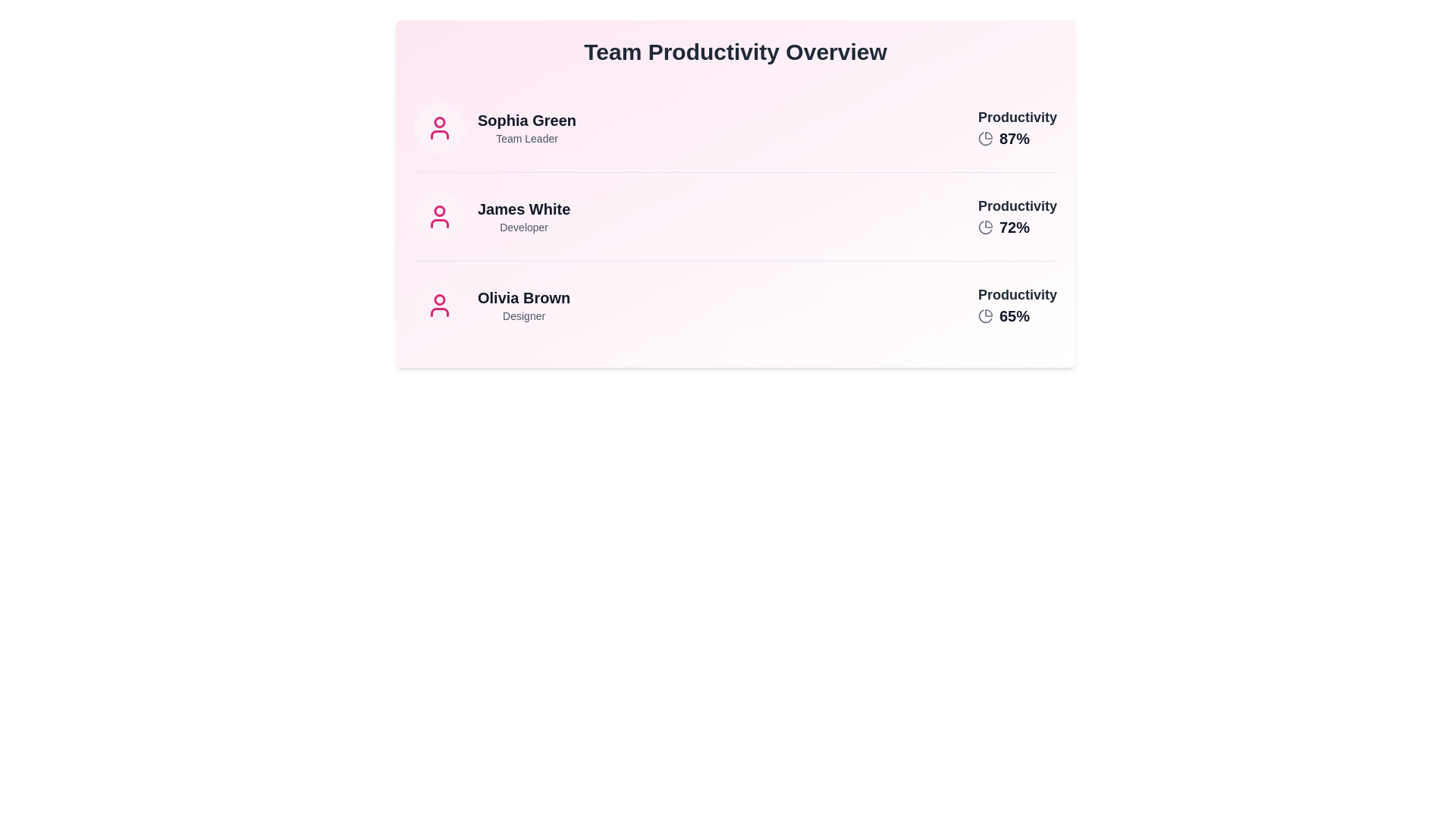 Image resolution: width=1456 pixels, height=819 pixels. What do you see at coordinates (527, 127) in the screenshot?
I see `text content of the text block displaying 'Sophia Green' and 'Team Leader', which is the first entry in the vertically stacked list of team members` at bounding box center [527, 127].